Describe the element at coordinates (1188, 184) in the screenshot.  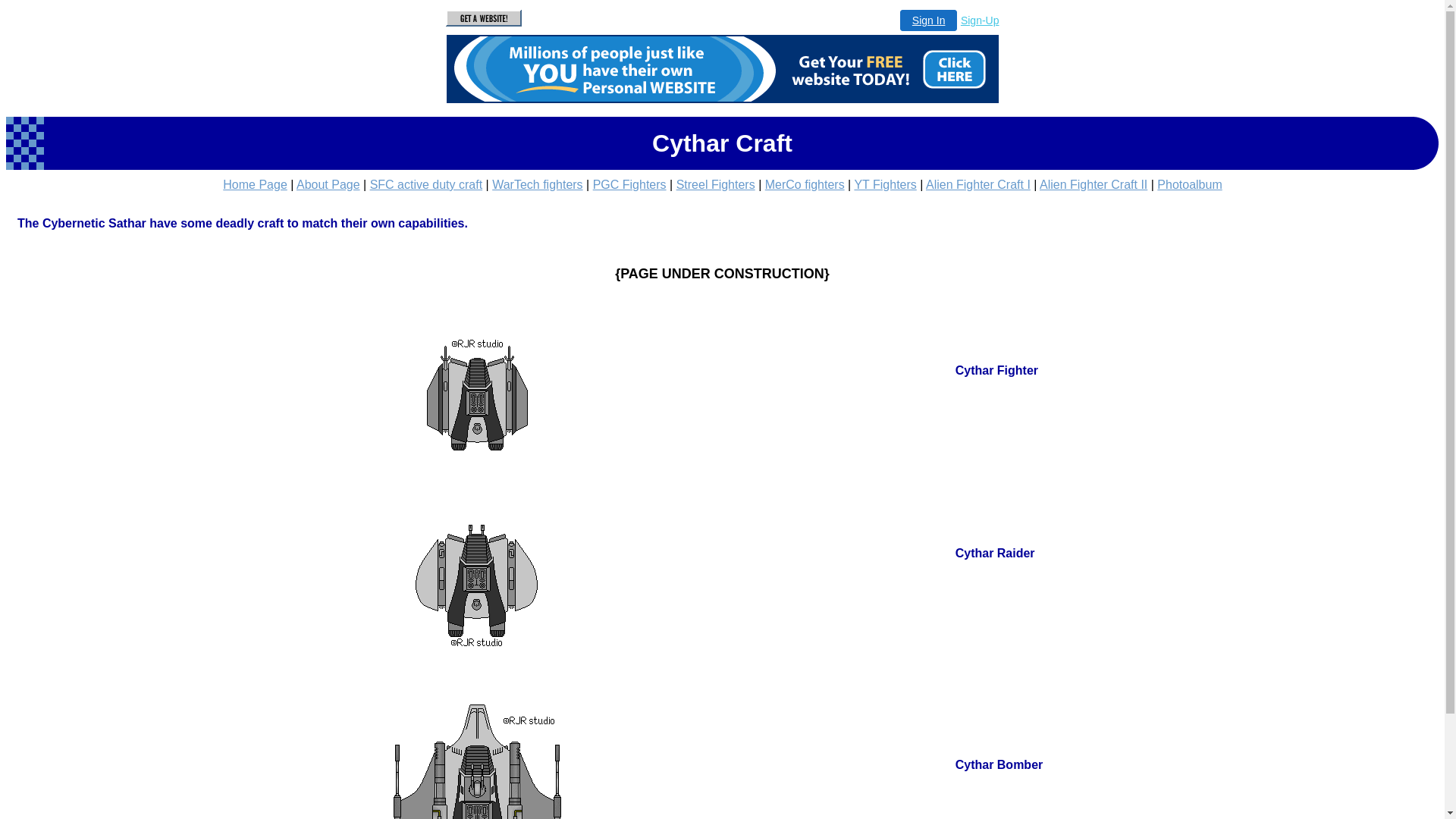
I see `'Photoalbum'` at that location.